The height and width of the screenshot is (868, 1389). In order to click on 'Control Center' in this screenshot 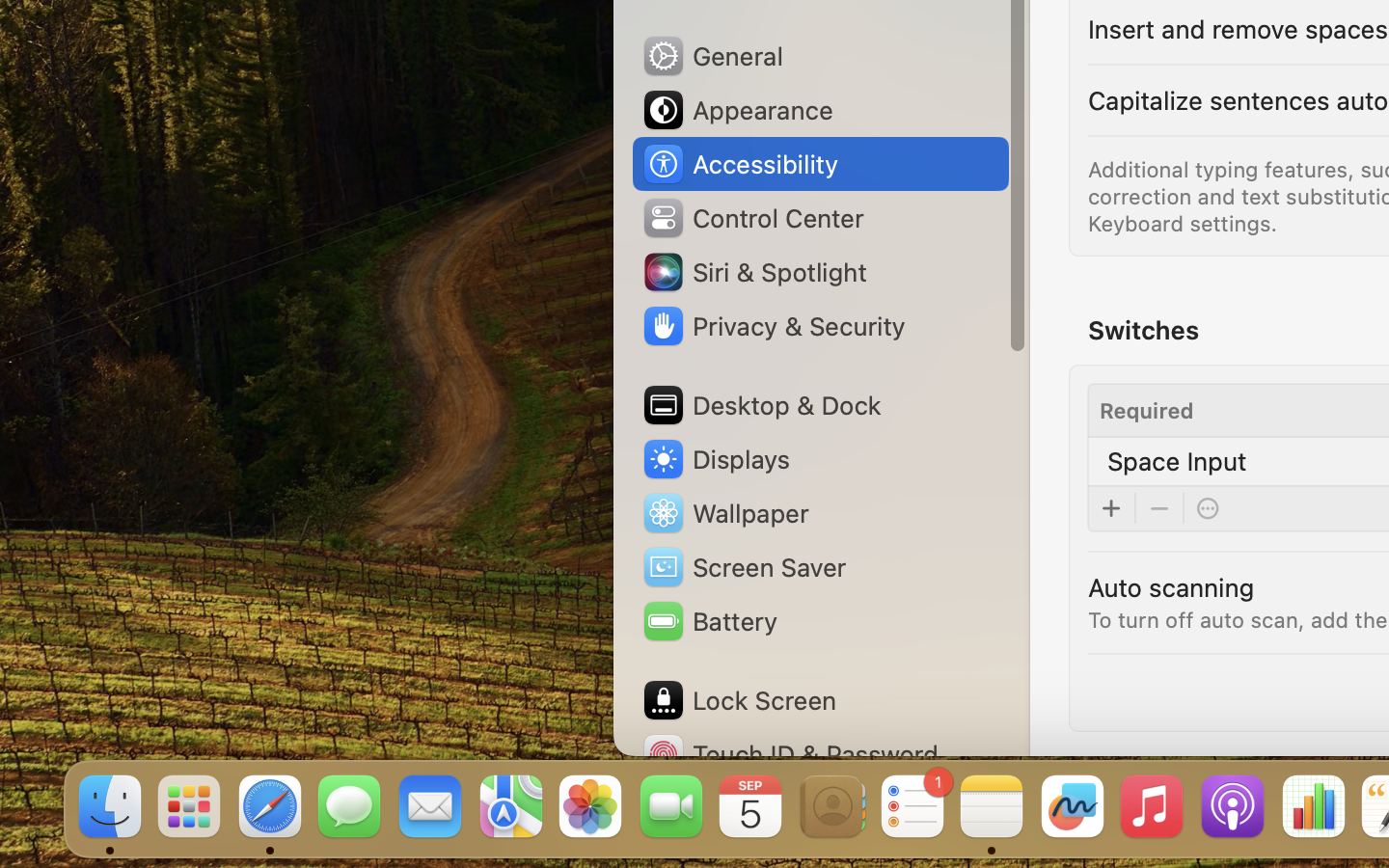, I will do `click(751, 217)`.